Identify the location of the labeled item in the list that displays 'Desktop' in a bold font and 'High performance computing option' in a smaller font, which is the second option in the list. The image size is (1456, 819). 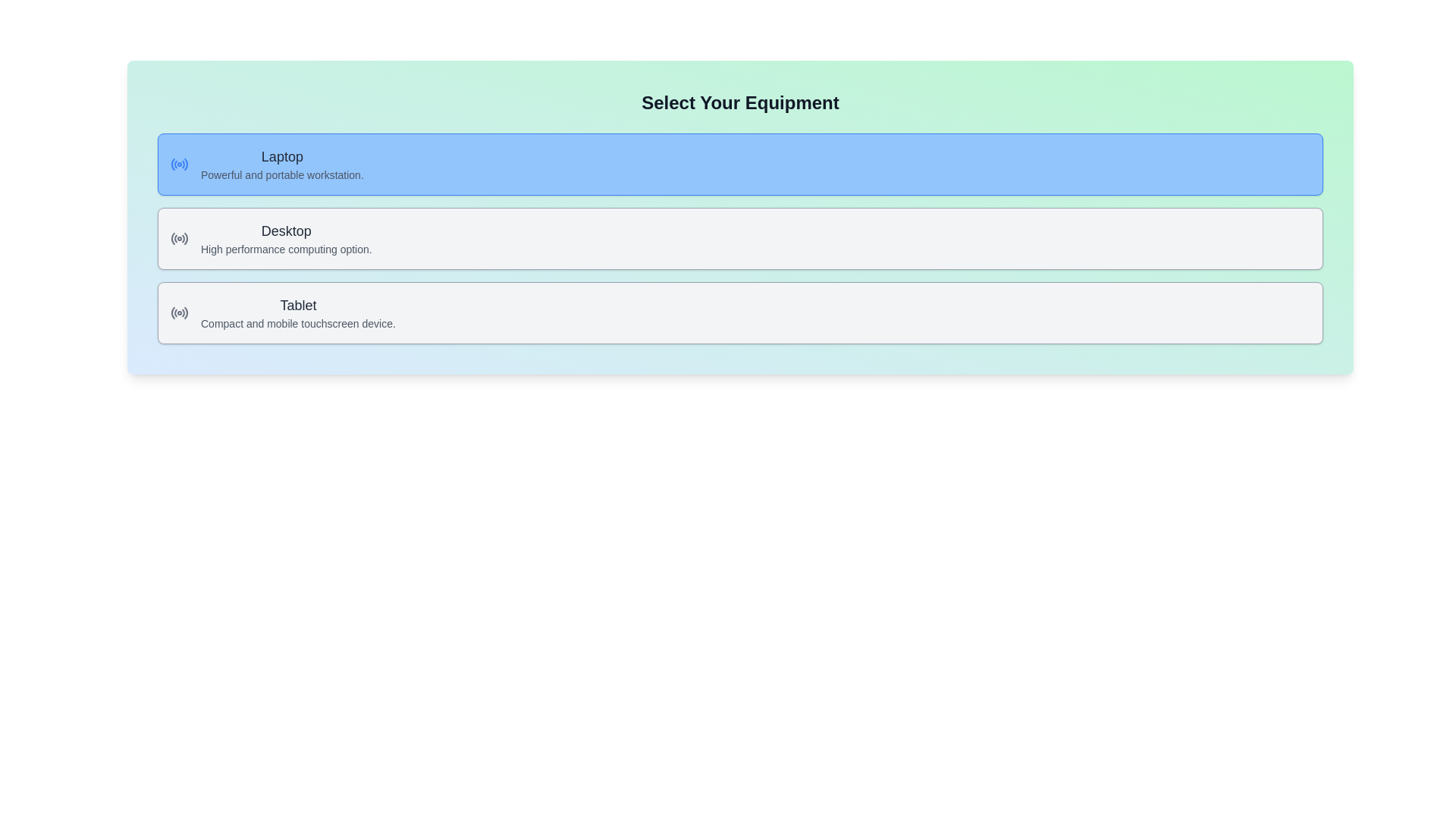
(286, 239).